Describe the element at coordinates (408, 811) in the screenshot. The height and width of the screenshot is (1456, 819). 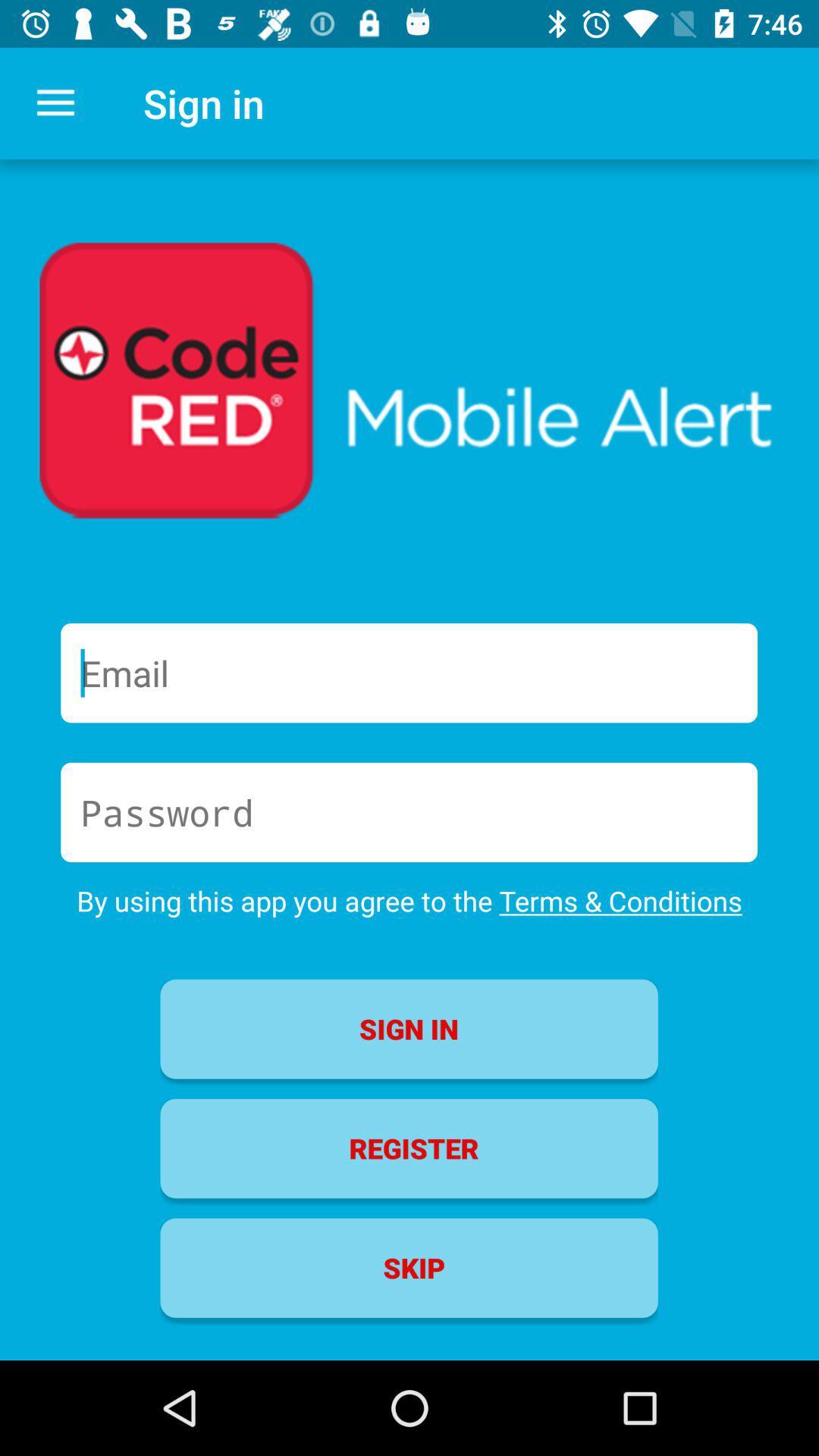
I see `password entry` at that location.